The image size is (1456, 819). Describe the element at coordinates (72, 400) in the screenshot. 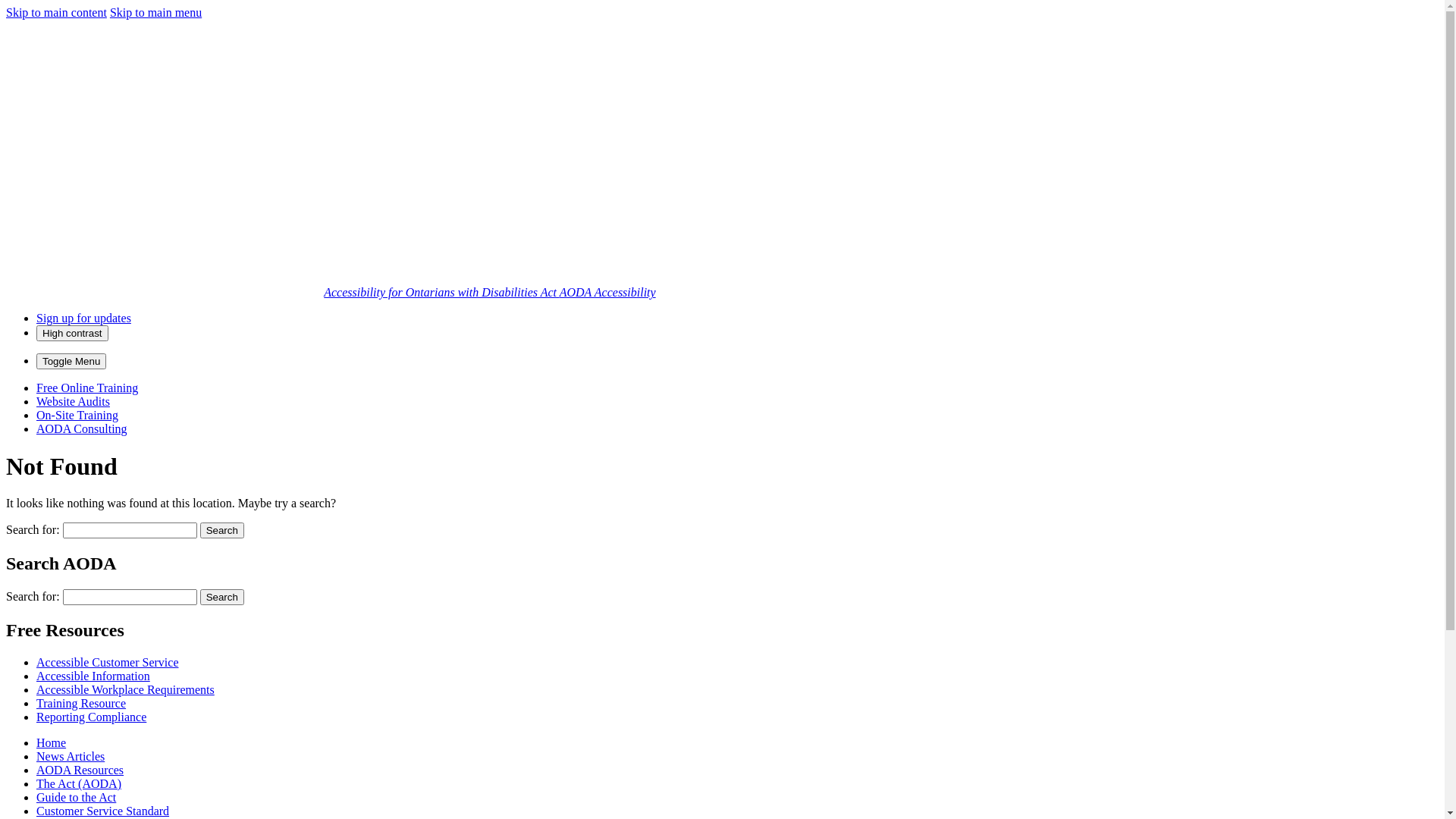

I see `'Website Audits'` at that location.